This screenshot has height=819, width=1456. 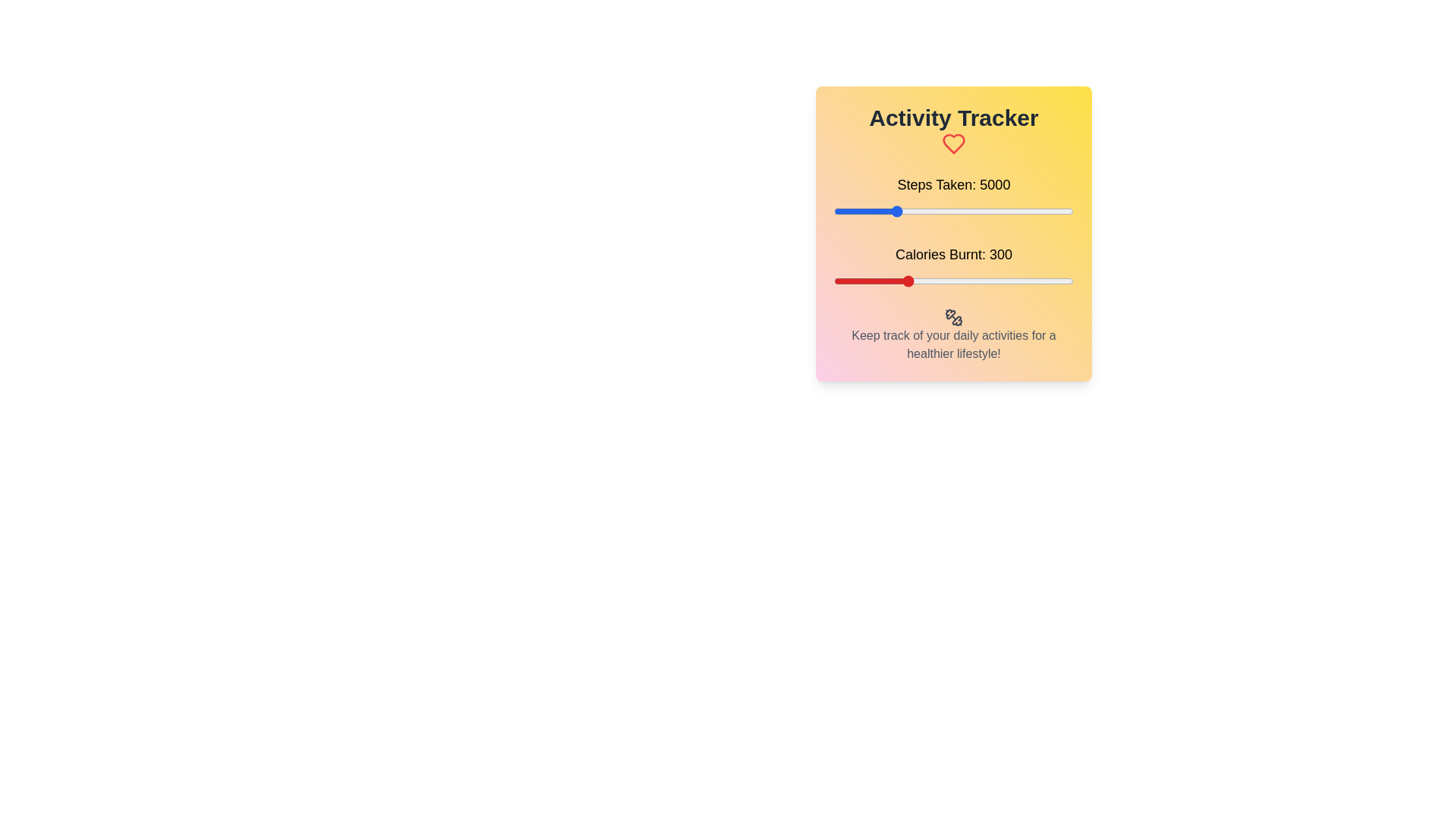 What do you see at coordinates (948, 211) in the screenshot?
I see `steps taken` at bounding box center [948, 211].